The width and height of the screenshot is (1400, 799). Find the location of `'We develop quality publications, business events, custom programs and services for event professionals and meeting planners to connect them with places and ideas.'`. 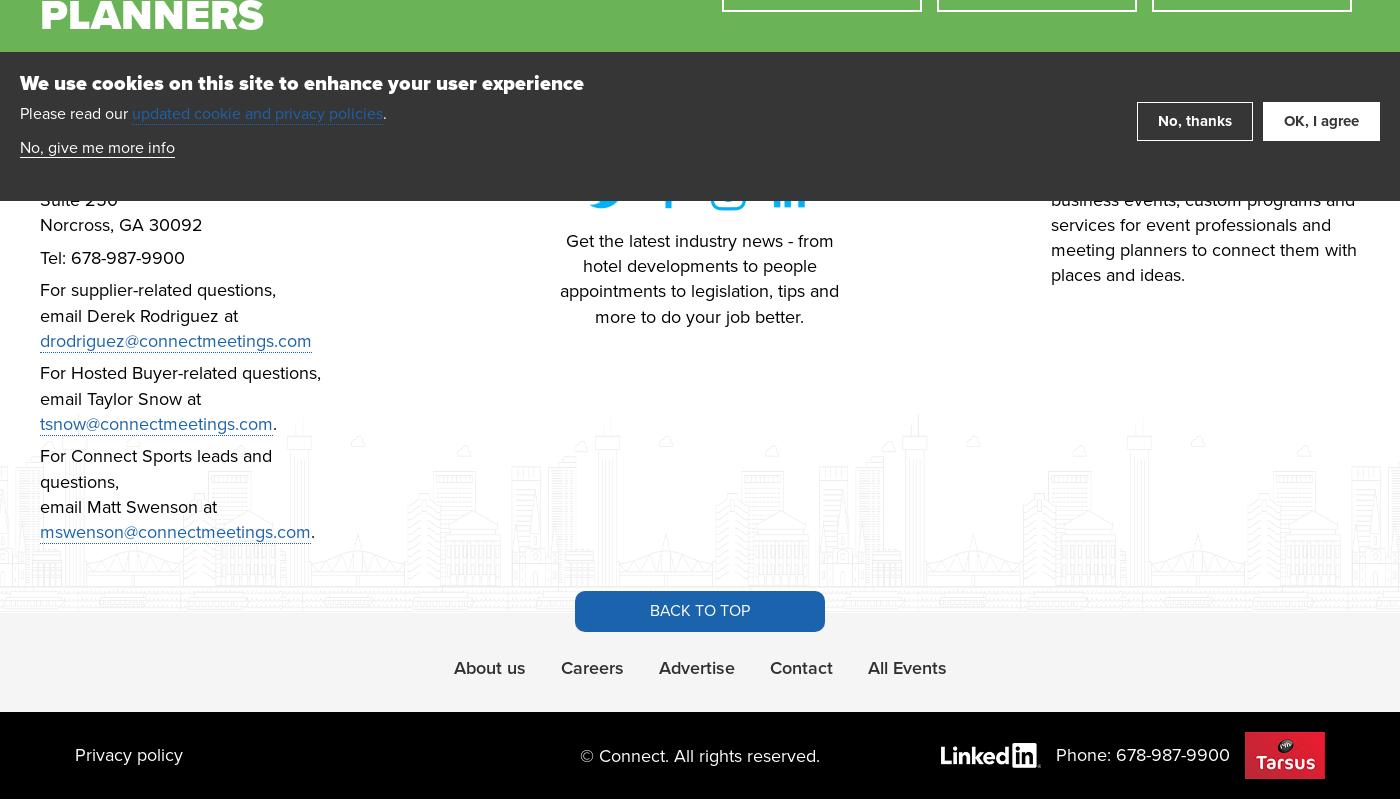

'We develop quality publications, business events, custom programs and services for event professionals and meeting planners to connect them with places and ideas.' is located at coordinates (1203, 223).